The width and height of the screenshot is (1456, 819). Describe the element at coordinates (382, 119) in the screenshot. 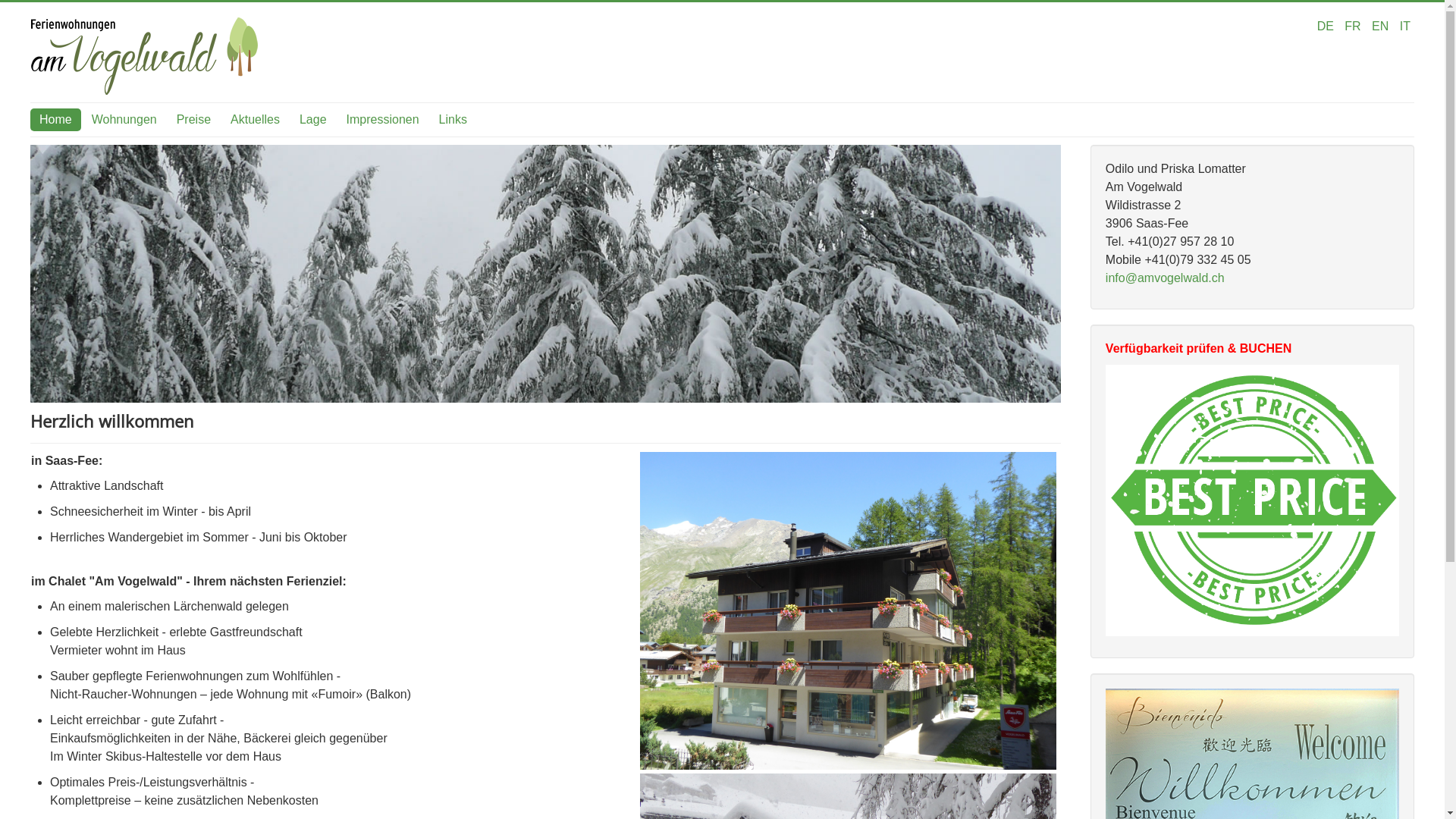

I see `'Impressionen'` at that location.